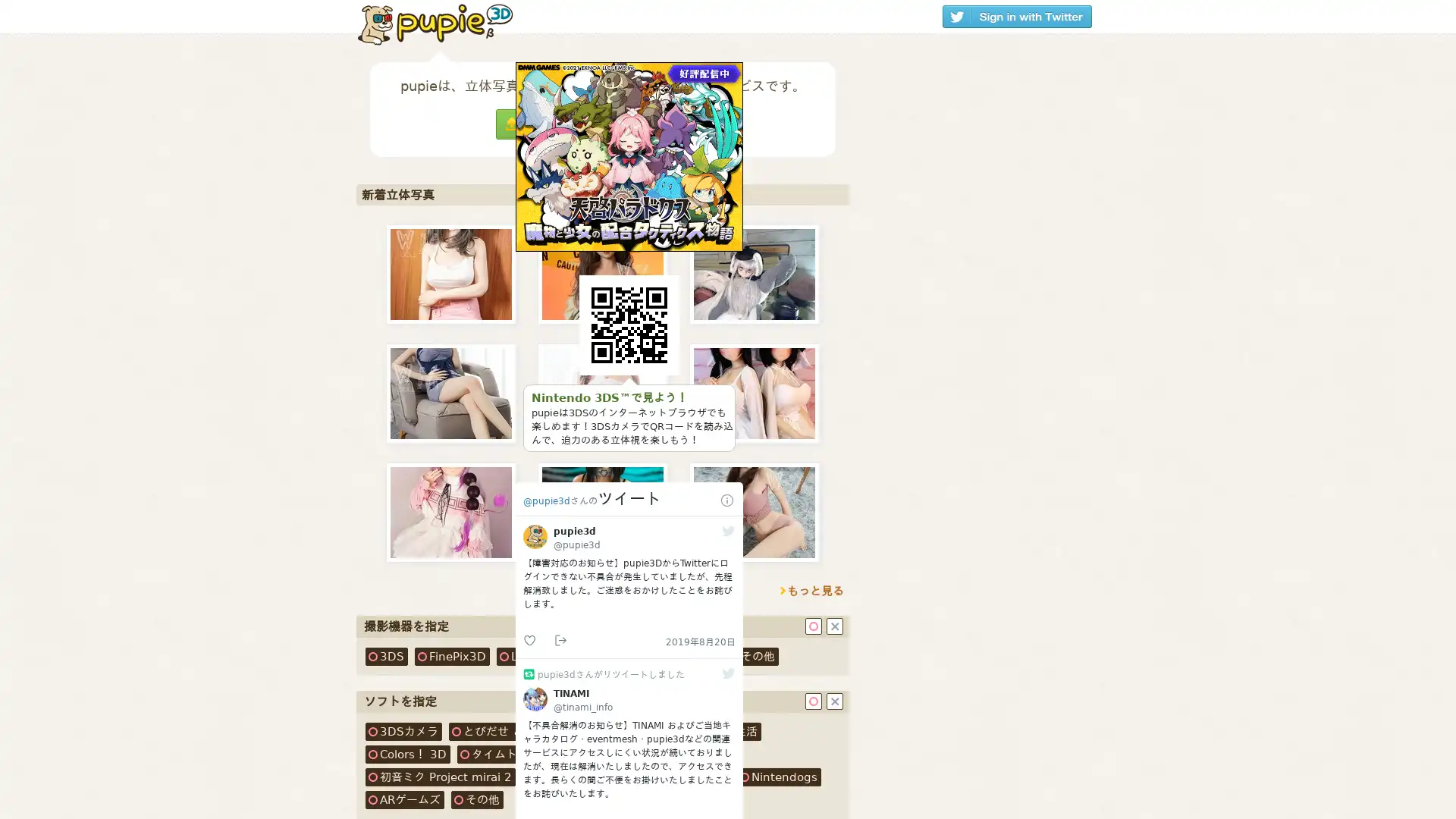  Describe the element at coordinates (779, 777) in the screenshot. I see `Nintendogs` at that location.